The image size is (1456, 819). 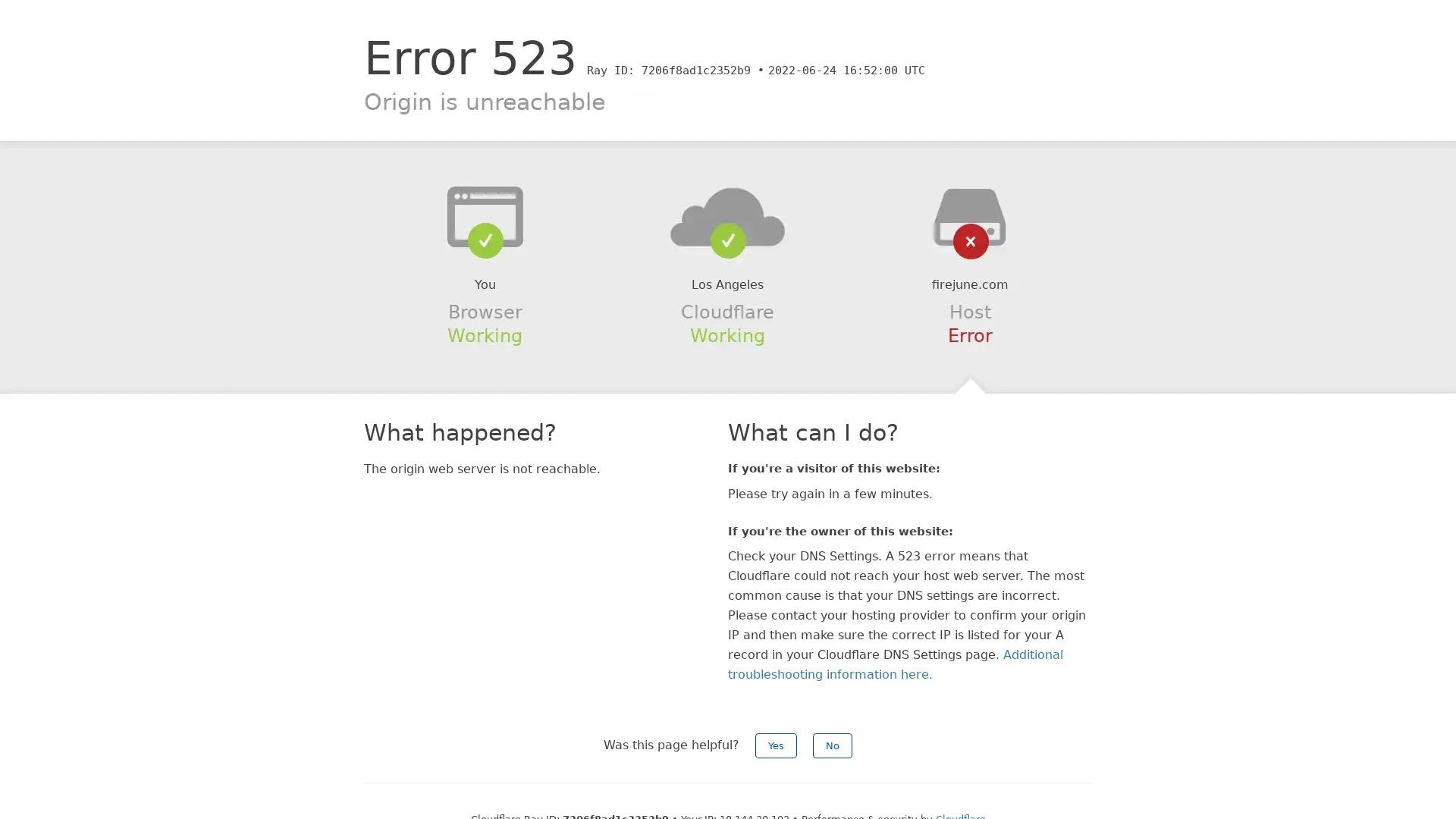 What do you see at coordinates (776, 745) in the screenshot?
I see `Yes` at bounding box center [776, 745].